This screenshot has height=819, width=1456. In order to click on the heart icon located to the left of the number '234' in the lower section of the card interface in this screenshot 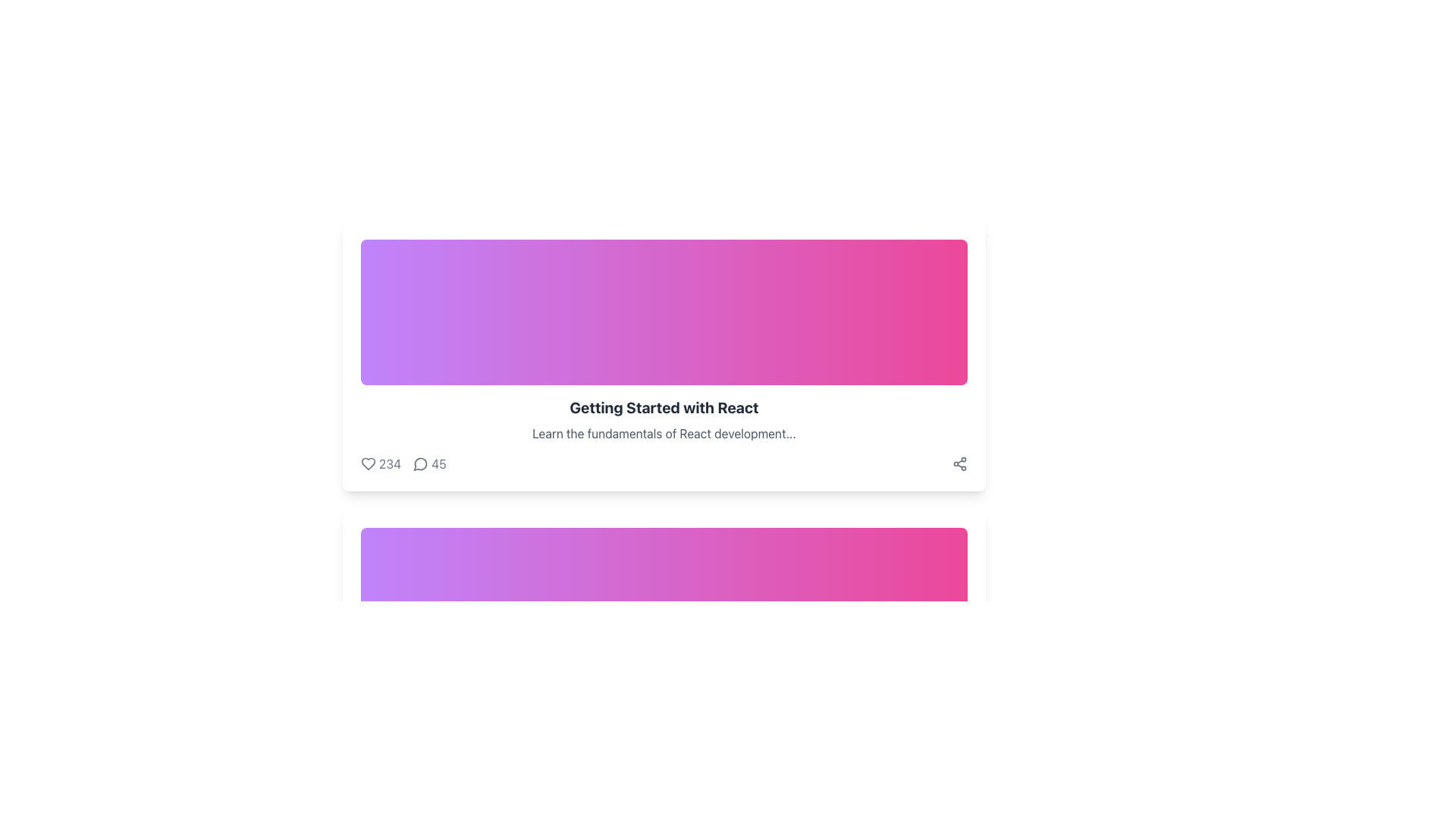, I will do `click(368, 463)`.